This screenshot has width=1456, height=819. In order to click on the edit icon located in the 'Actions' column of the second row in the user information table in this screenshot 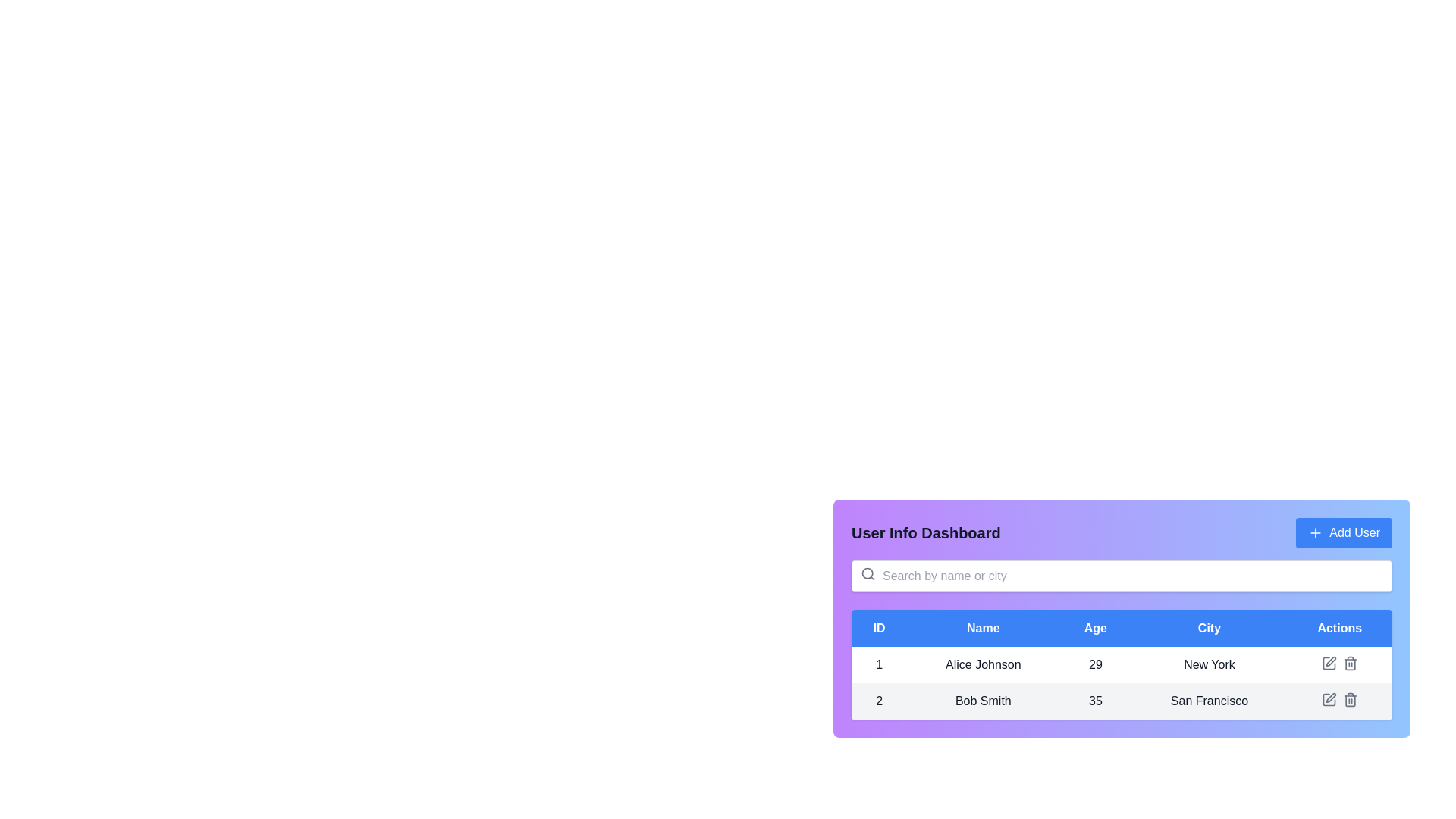, I will do `click(1330, 661)`.